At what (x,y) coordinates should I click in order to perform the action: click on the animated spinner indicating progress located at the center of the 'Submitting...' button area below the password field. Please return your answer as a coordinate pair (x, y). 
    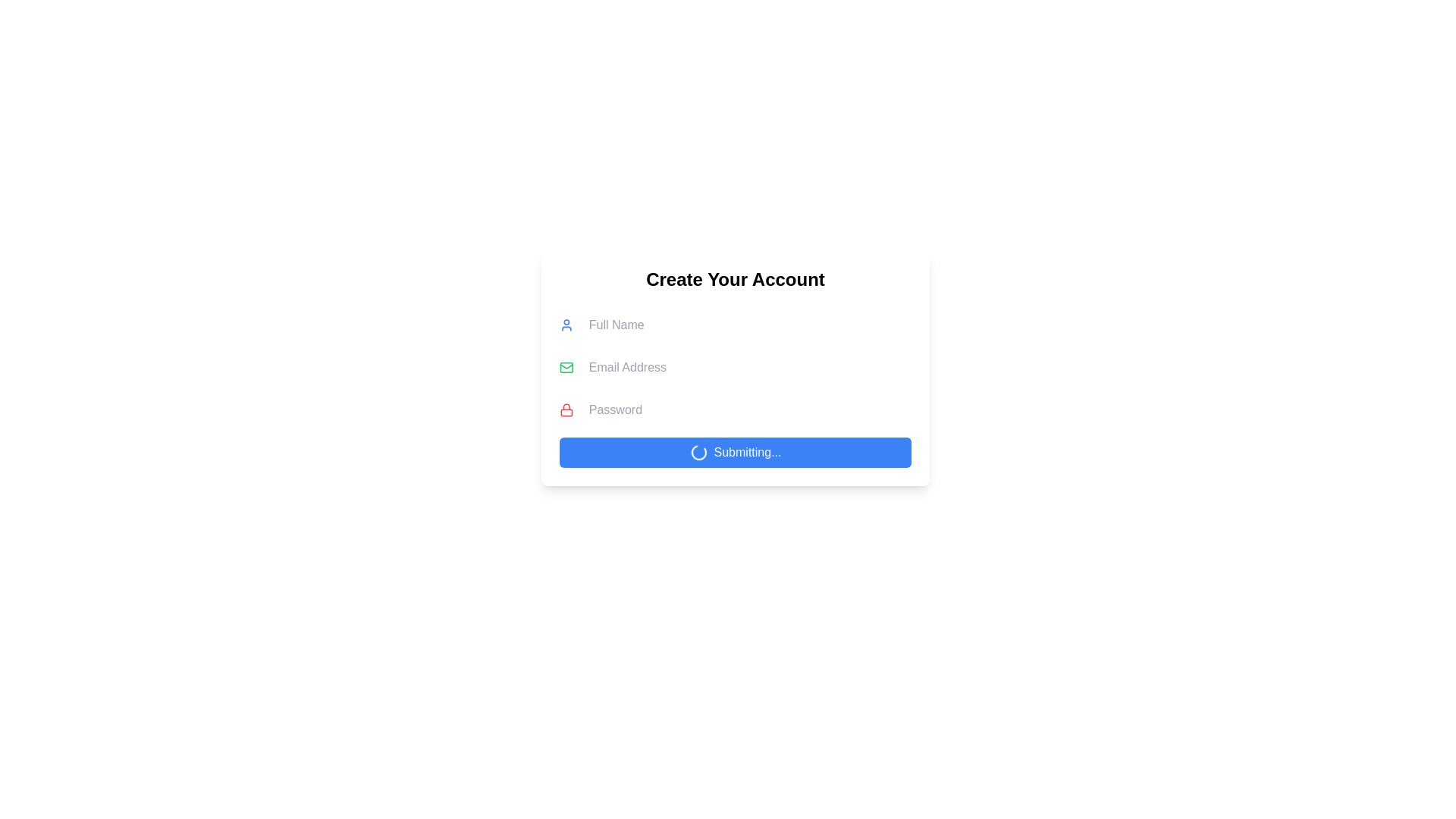
    Looking at the image, I should click on (698, 452).